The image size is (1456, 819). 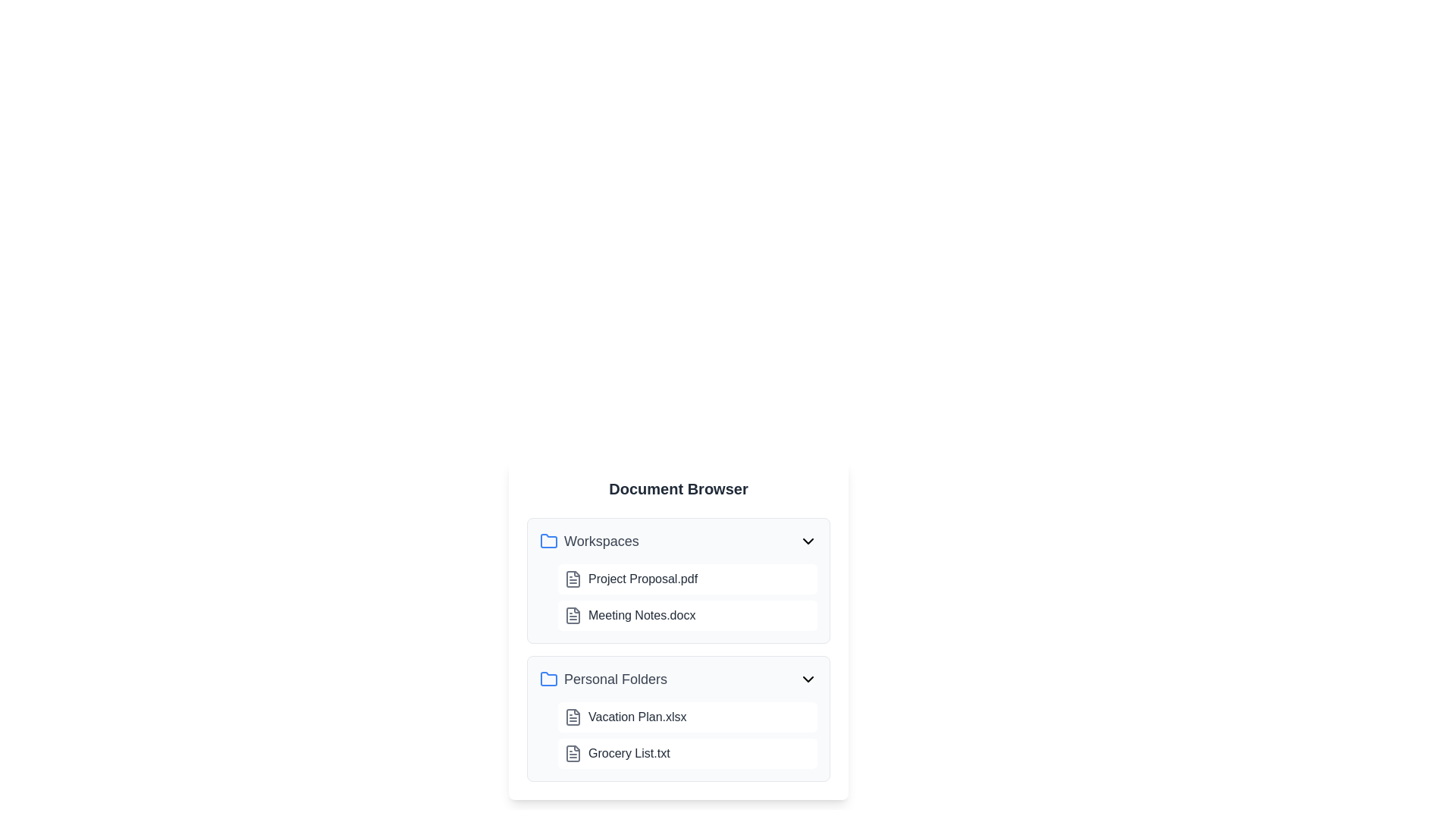 I want to click on the blue folder icon located to the left of the 'Personal Folders' text, so click(x=548, y=678).